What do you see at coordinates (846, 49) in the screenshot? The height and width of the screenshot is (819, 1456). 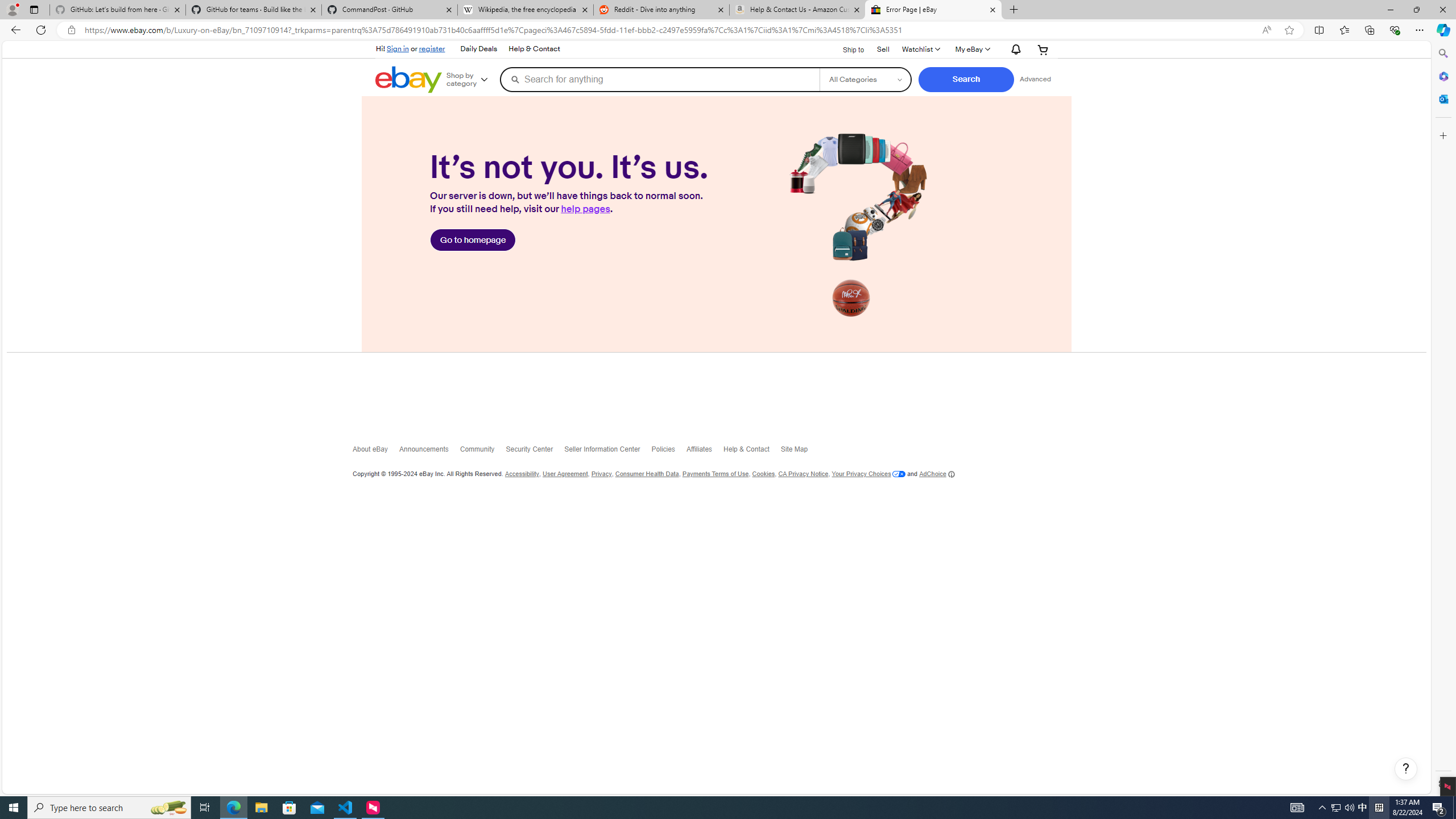 I see `'Ship to'` at bounding box center [846, 49].